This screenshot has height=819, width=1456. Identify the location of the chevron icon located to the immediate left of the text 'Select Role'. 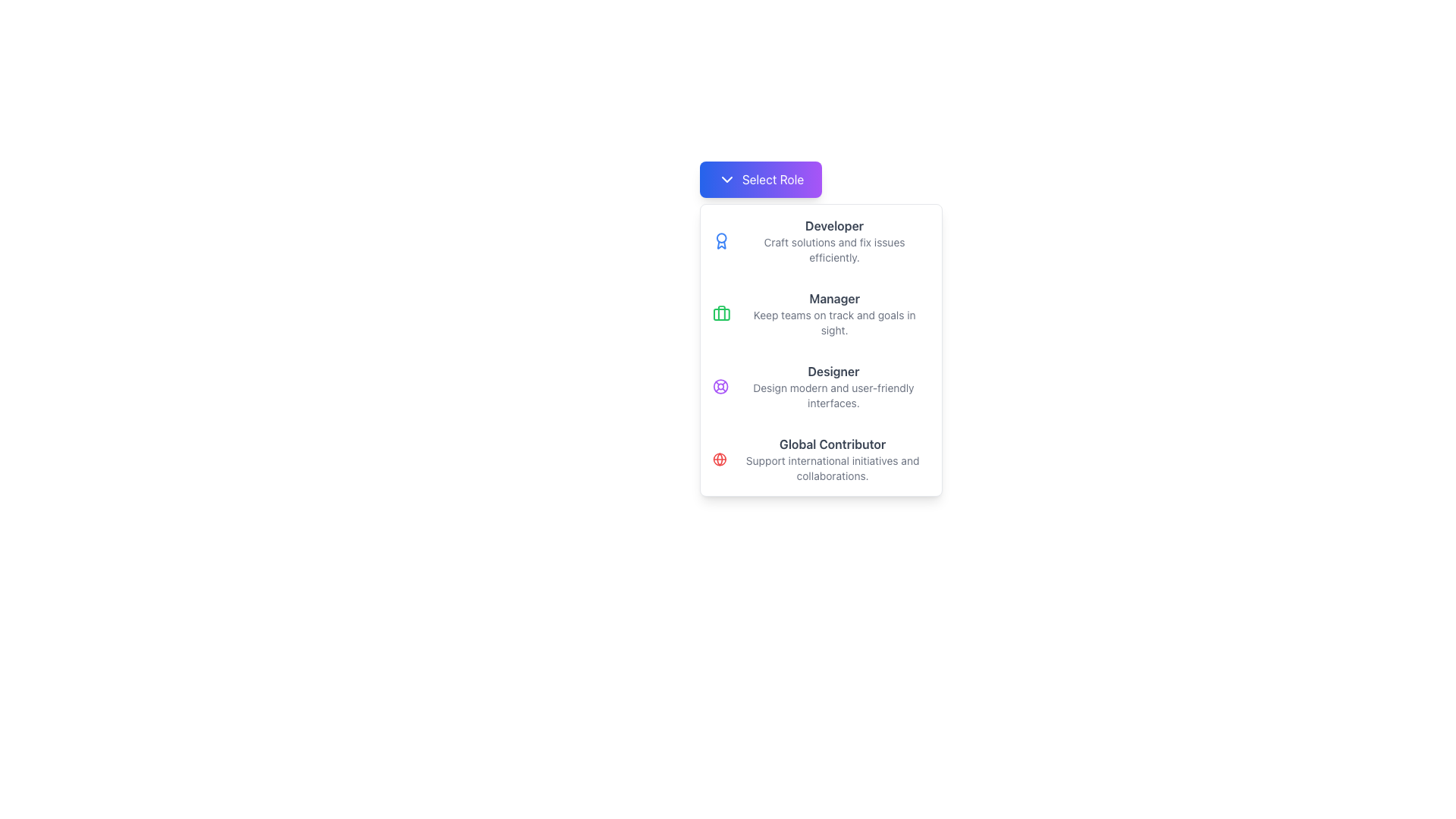
(726, 178).